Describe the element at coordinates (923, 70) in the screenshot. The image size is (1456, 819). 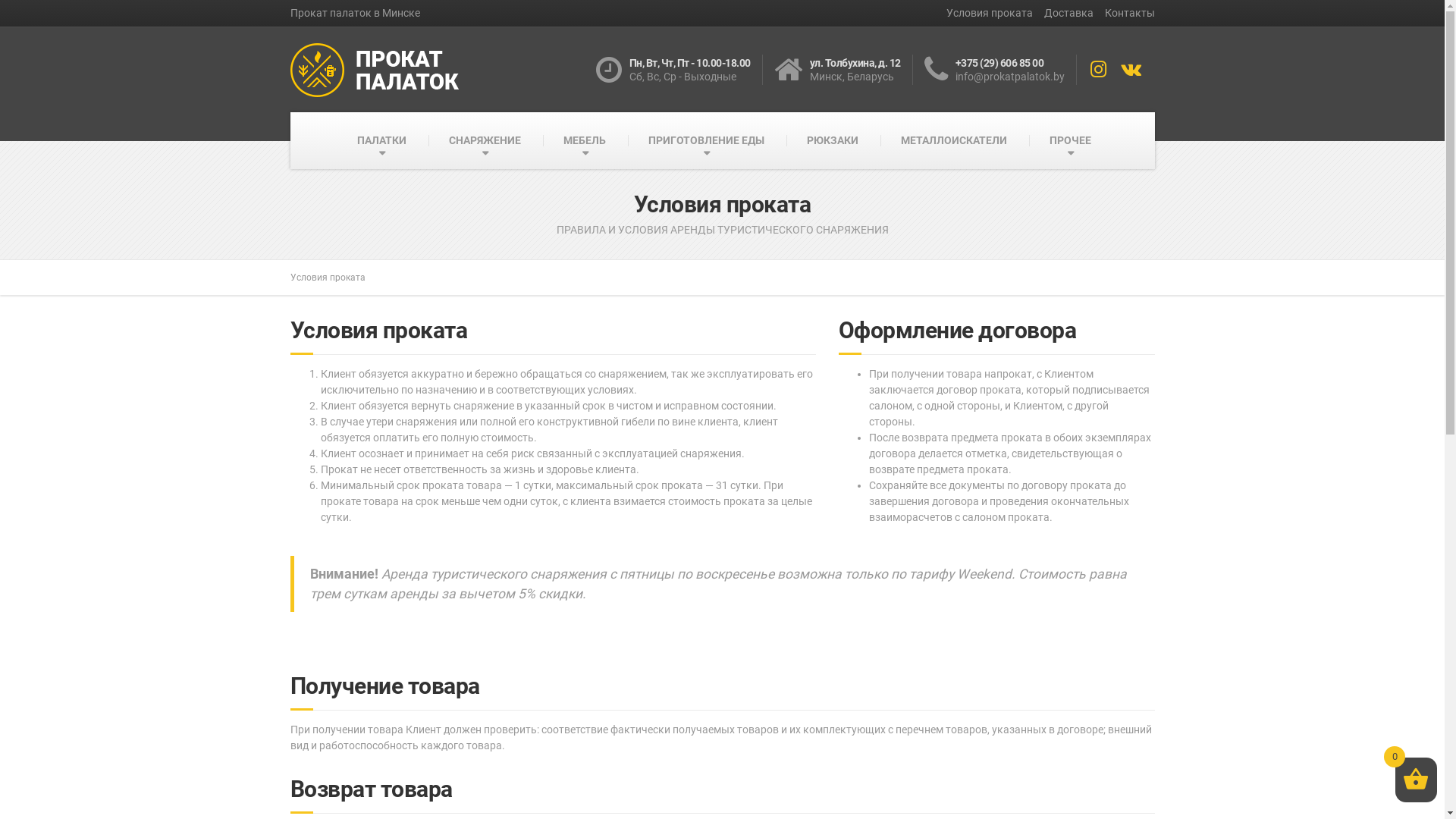
I see `'+375 (29) 606 85 00` at that location.